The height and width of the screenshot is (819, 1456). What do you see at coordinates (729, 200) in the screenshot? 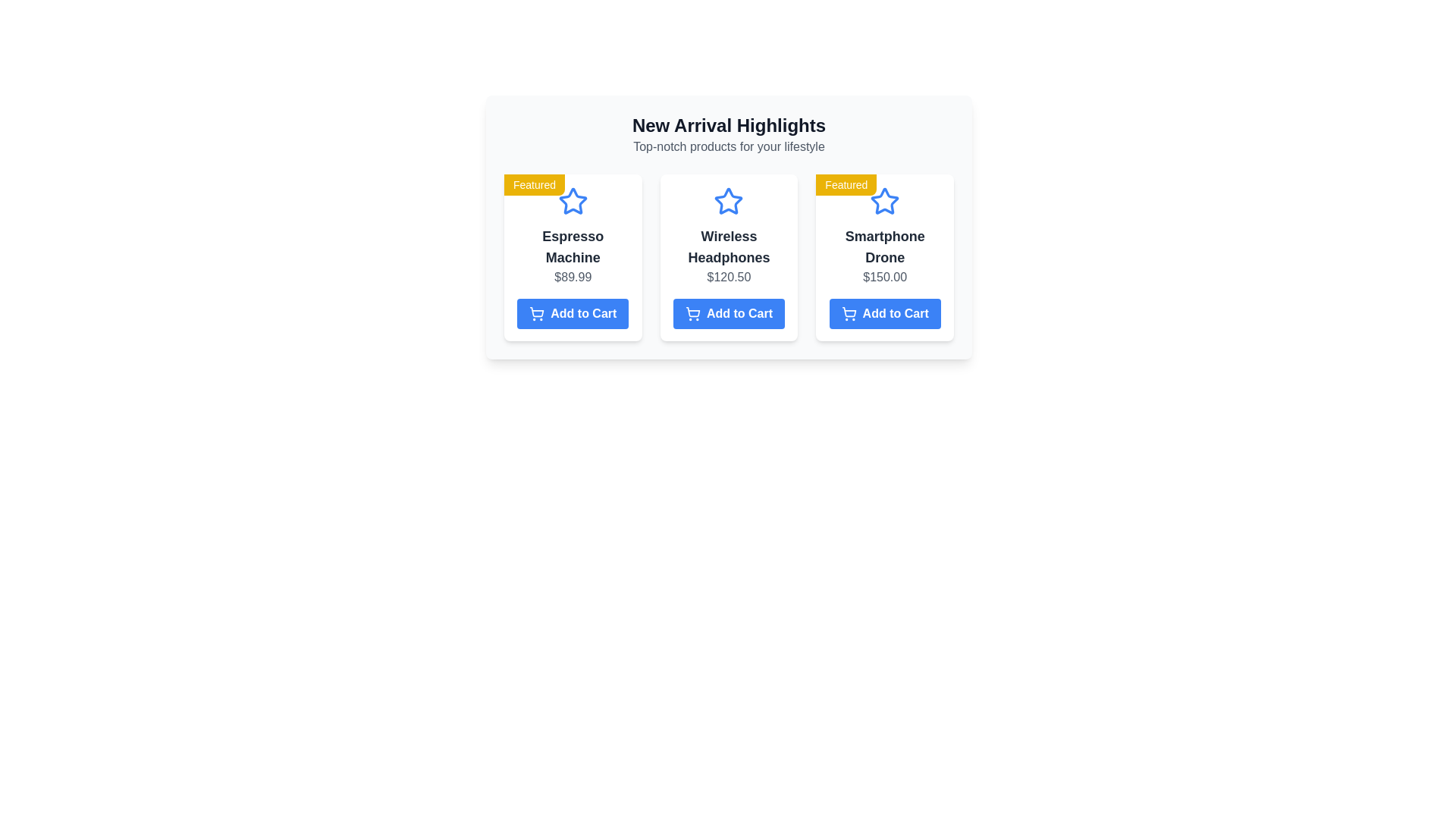
I see `the star-shaped icon with blue outlines located below the 'Featured' label and above the product title in the 'Wireless Headphones' card to interact with it` at bounding box center [729, 200].